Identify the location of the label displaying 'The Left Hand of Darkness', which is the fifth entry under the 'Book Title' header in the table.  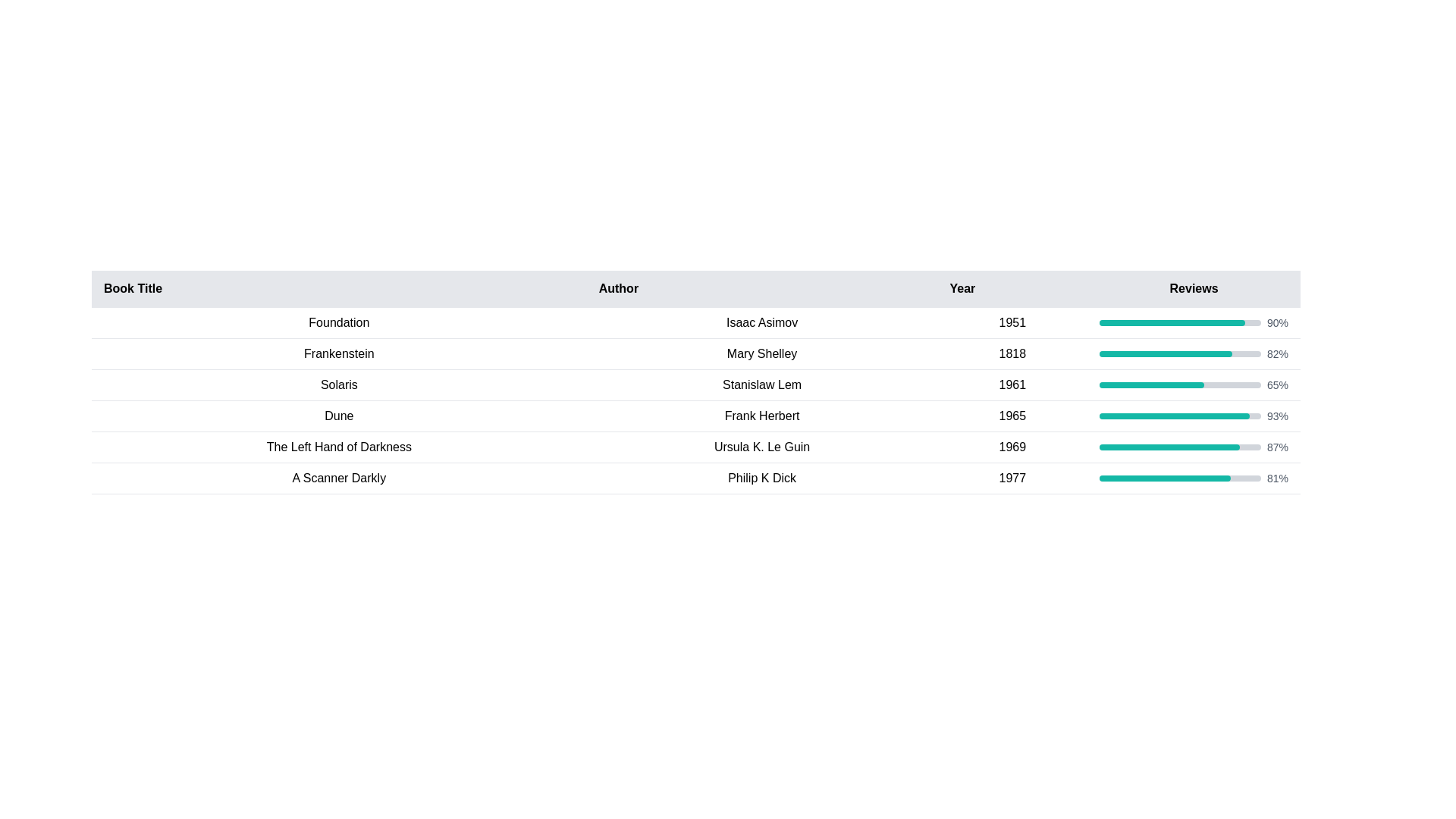
(338, 447).